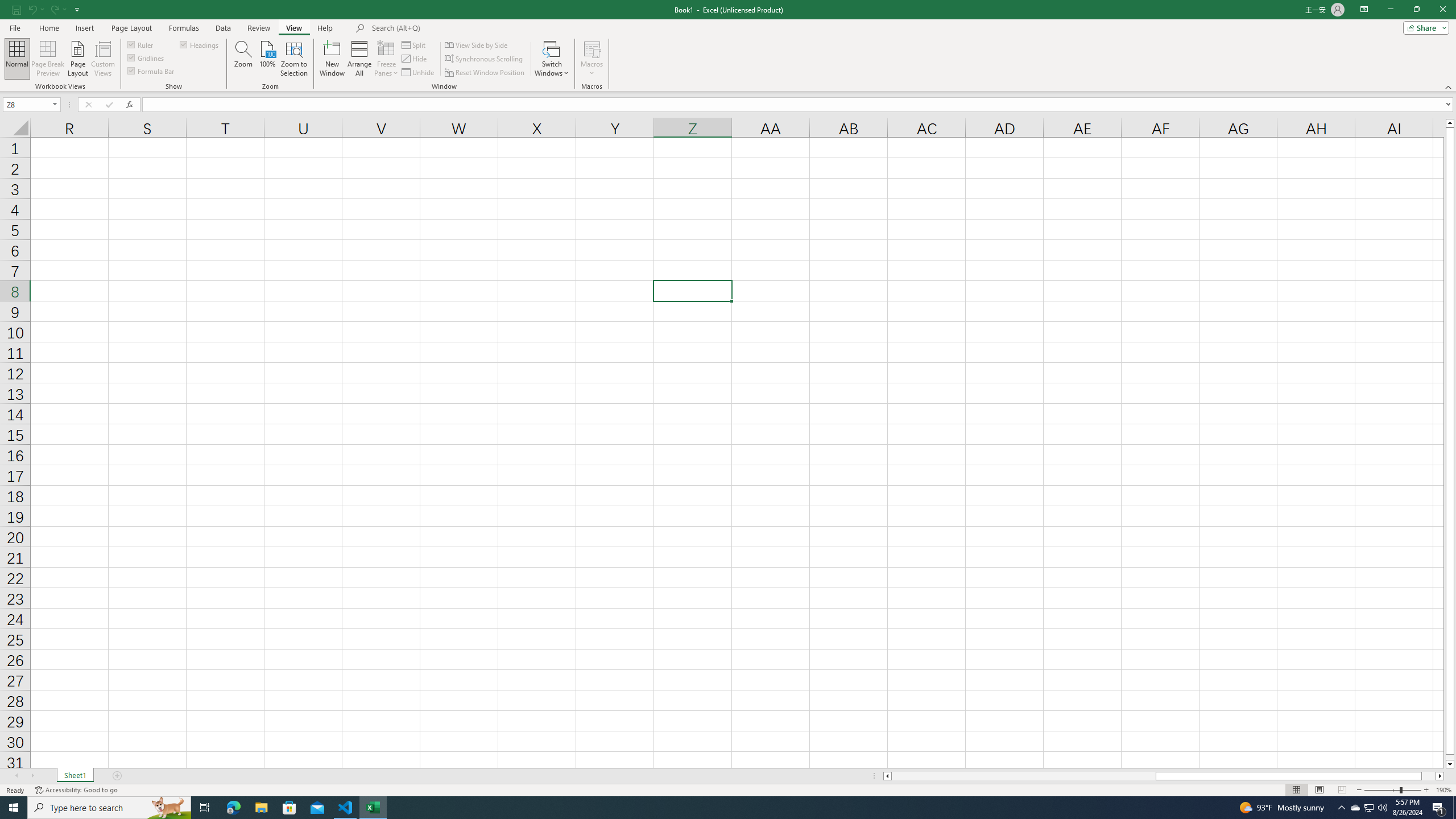  Describe the element at coordinates (243, 59) in the screenshot. I see `'Zoom...'` at that location.